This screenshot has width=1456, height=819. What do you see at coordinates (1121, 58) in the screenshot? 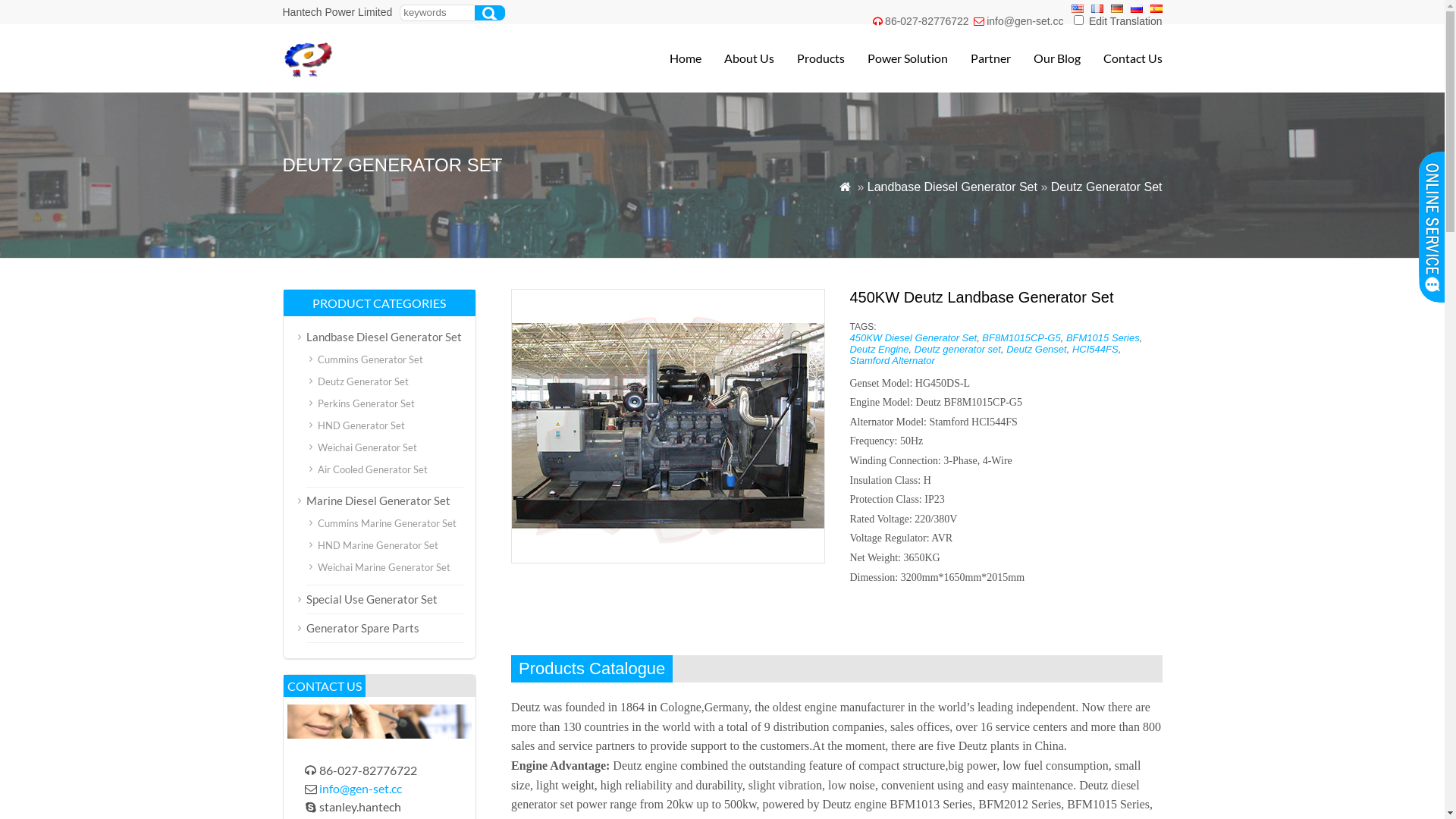
I see `'Contact Us'` at bounding box center [1121, 58].